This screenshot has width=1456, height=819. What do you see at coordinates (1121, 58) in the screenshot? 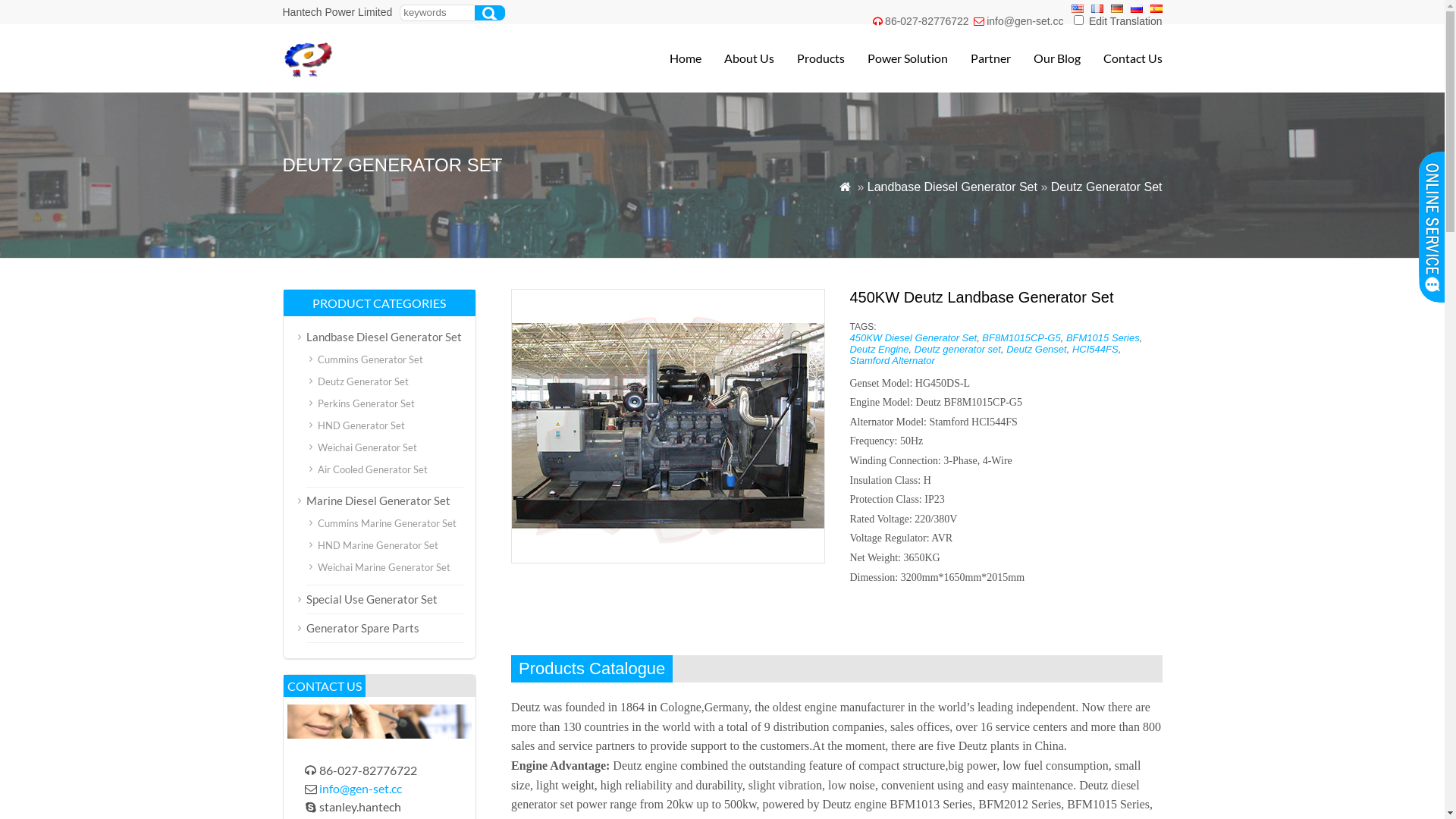
I see `'Contact Us'` at bounding box center [1121, 58].